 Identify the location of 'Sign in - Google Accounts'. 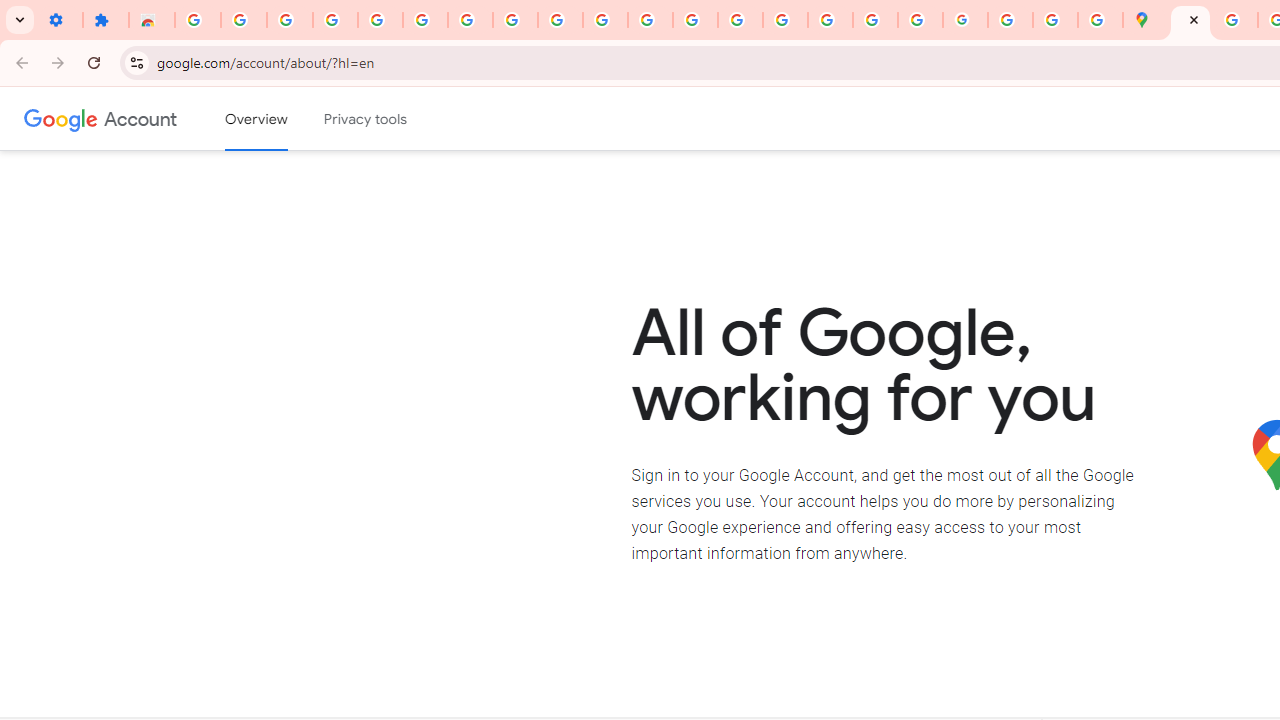
(198, 20).